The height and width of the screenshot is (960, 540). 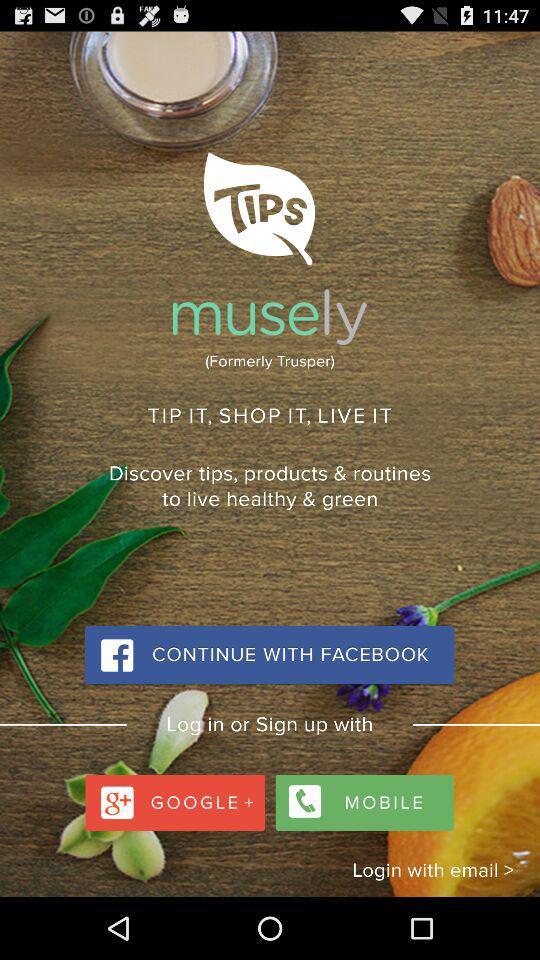 What do you see at coordinates (361, 797) in the screenshot?
I see `switch to phone` at bounding box center [361, 797].